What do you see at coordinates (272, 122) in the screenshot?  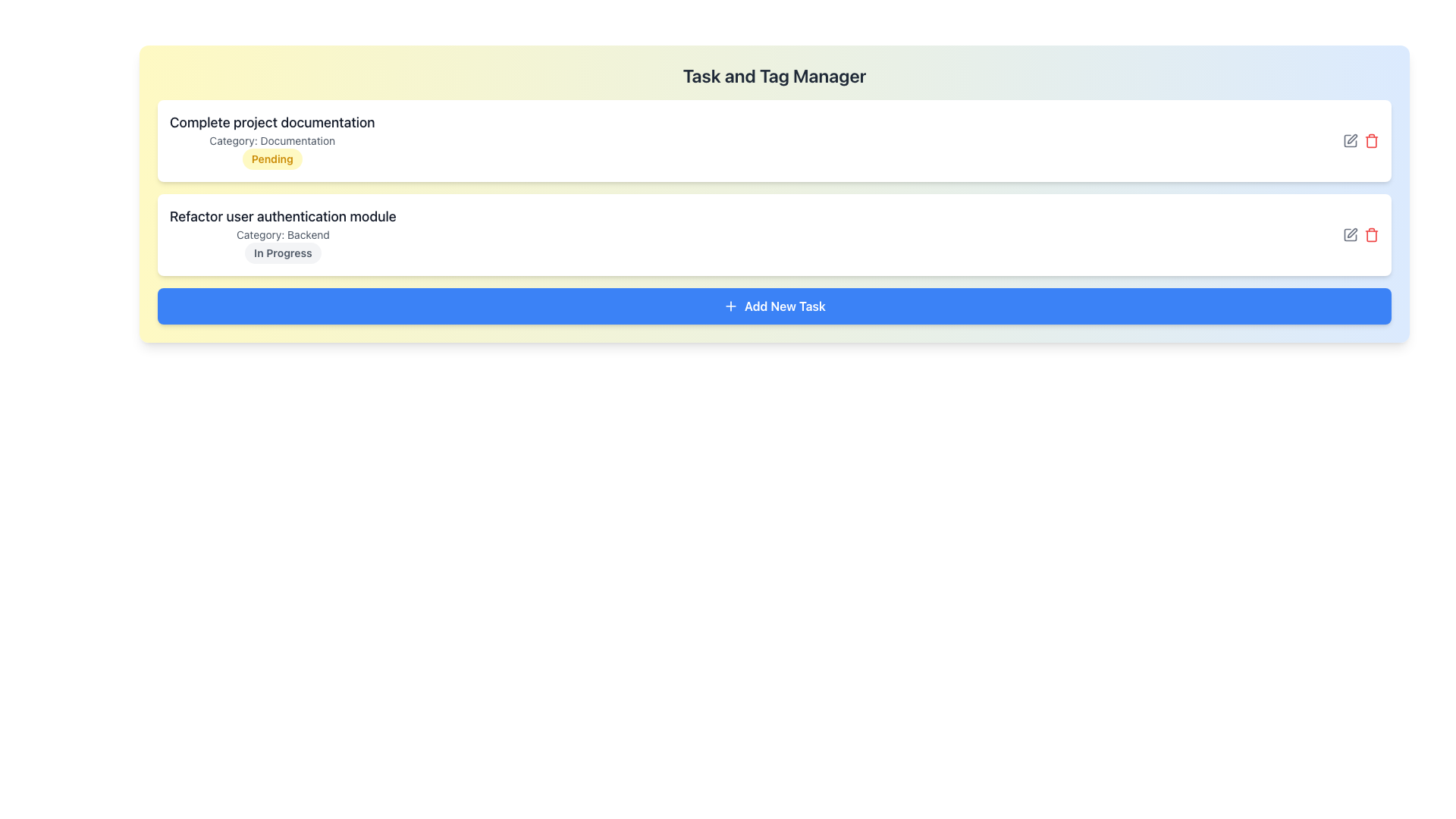 I see `the text label displaying 'Complete project documentation' which is prominently styled in bold and larger font at the top of the task panel` at bounding box center [272, 122].